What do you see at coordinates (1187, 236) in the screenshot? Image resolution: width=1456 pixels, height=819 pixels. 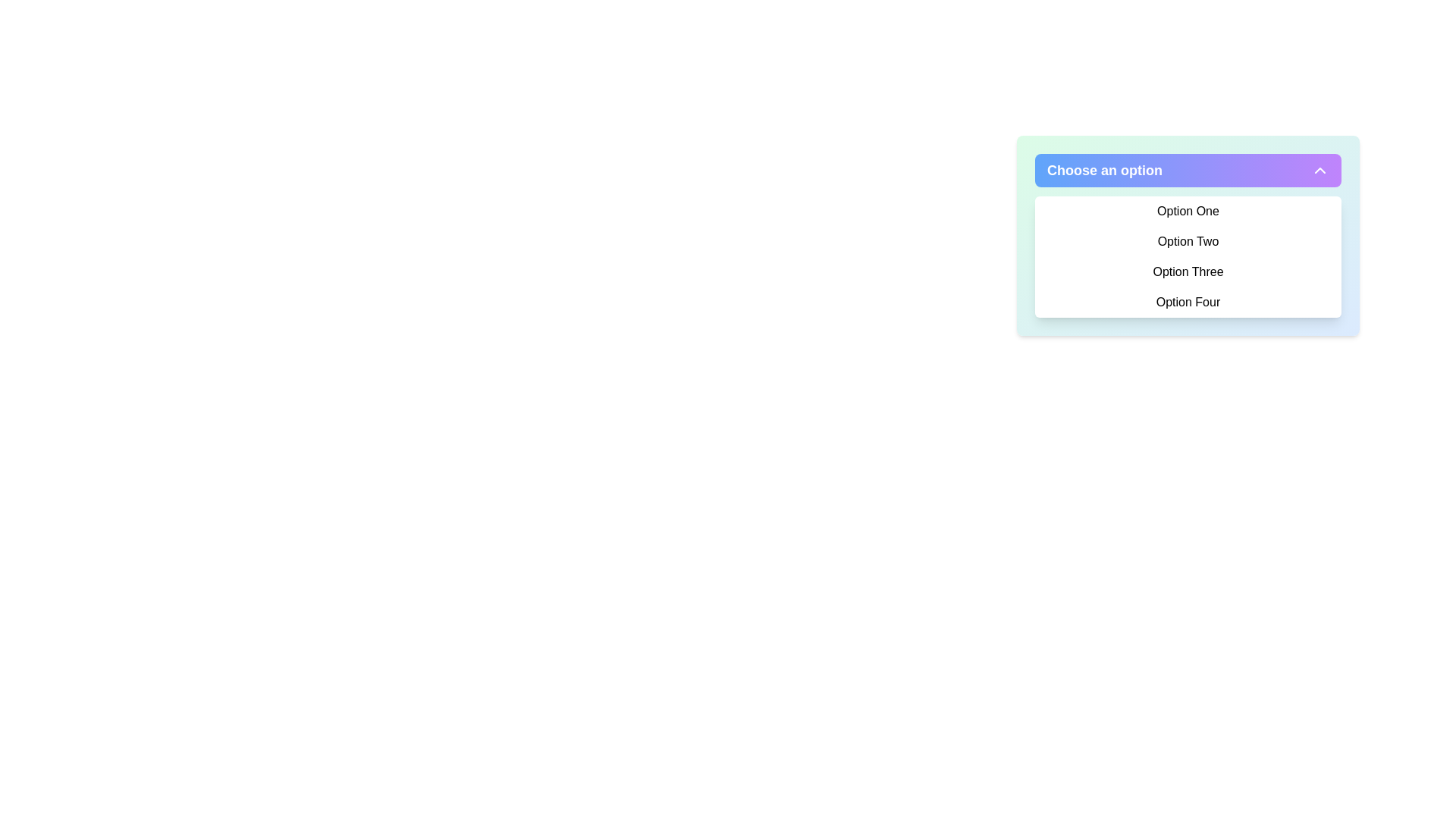 I see `the Dropdown menu located under the 'Choose an option' button` at bounding box center [1187, 236].